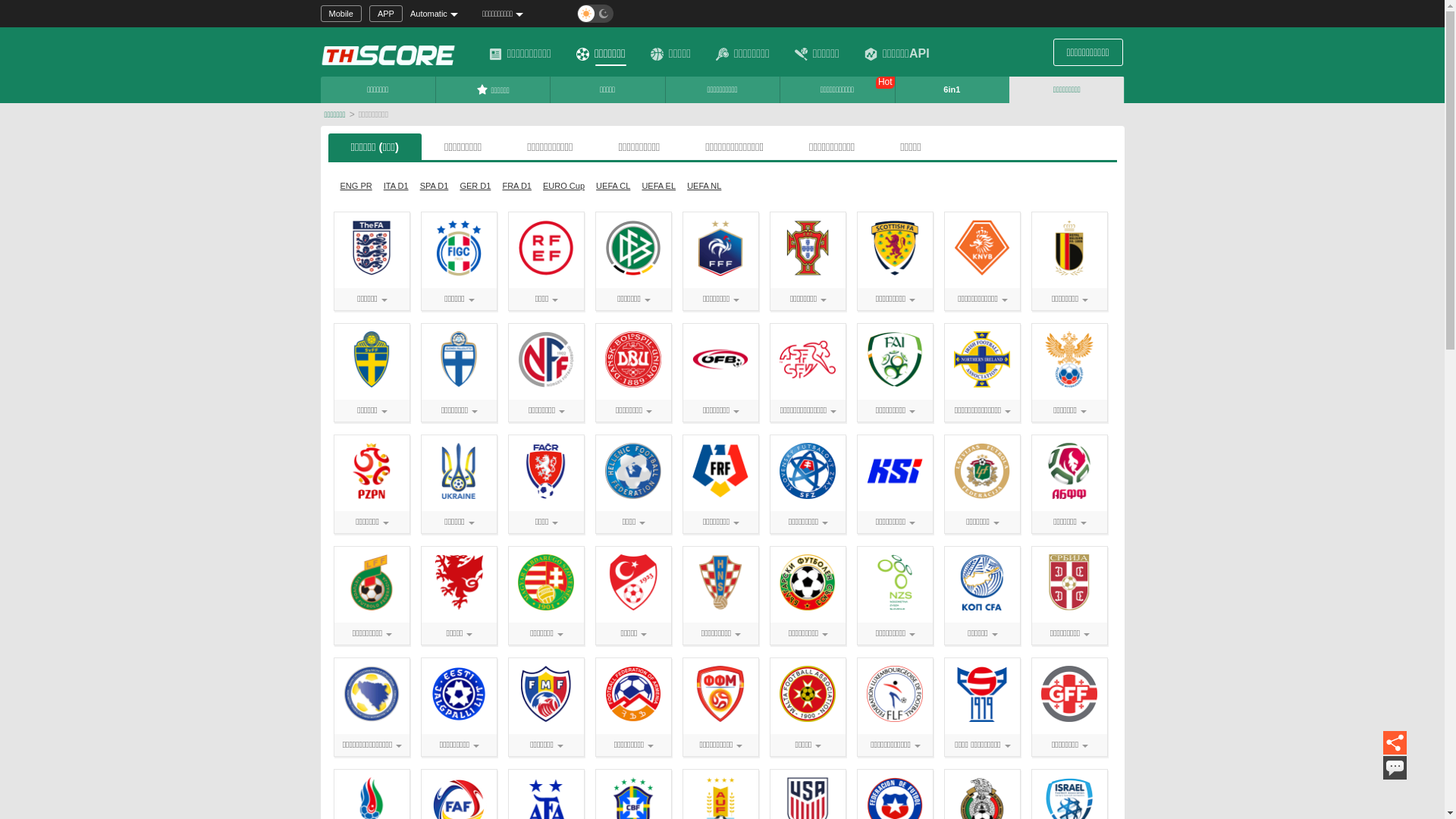 The height and width of the screenshot is (819, 1456). What do you see at coordinates (538, 185) in the screenshot?
I see `'EURO Cup'` at bounding box center [538, 185].